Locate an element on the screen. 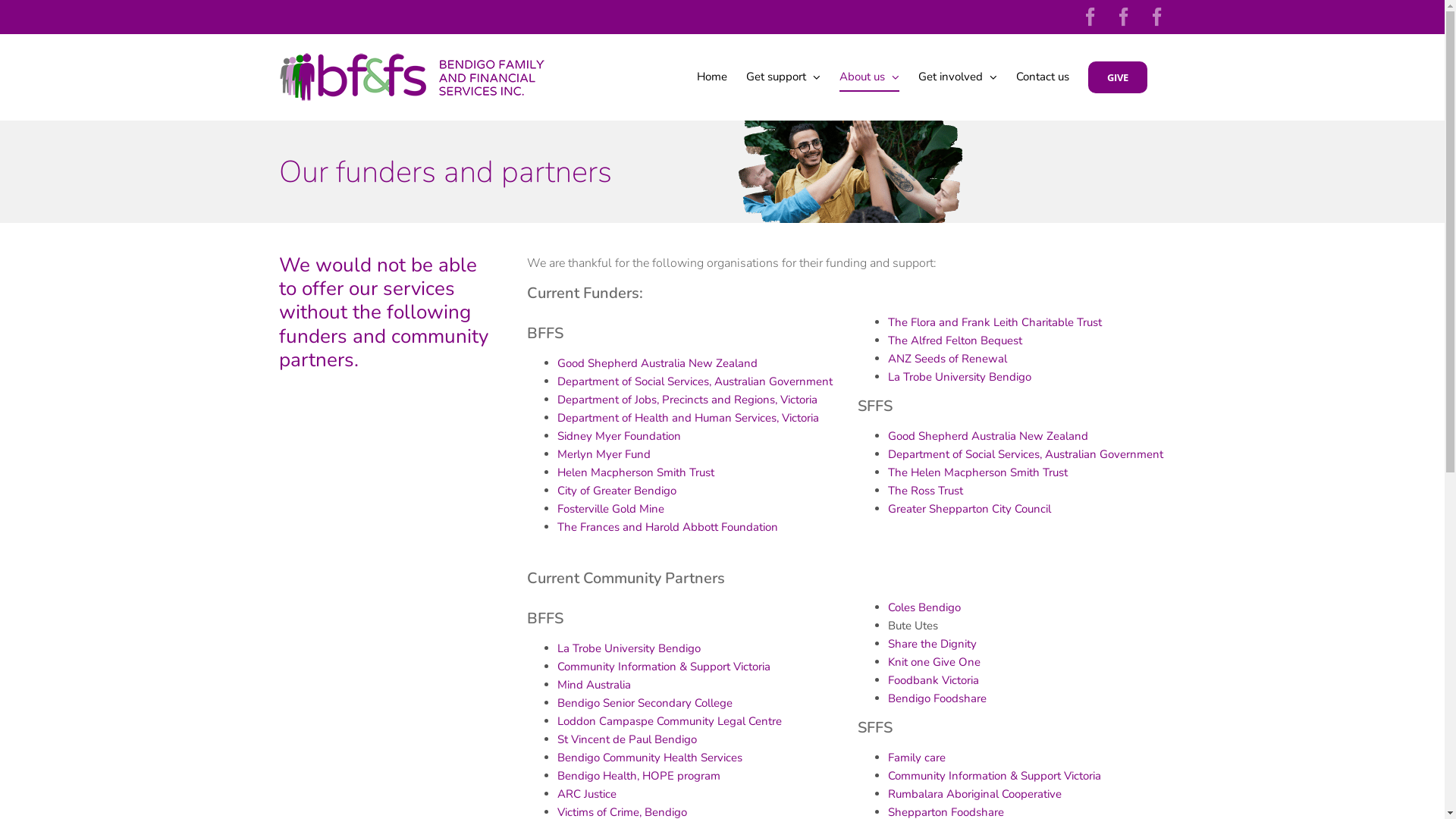 The width and height of the screenshot is (1456, 819). 'Department of Health and Human Services, Victoria' is located at coordinates (687, 418).